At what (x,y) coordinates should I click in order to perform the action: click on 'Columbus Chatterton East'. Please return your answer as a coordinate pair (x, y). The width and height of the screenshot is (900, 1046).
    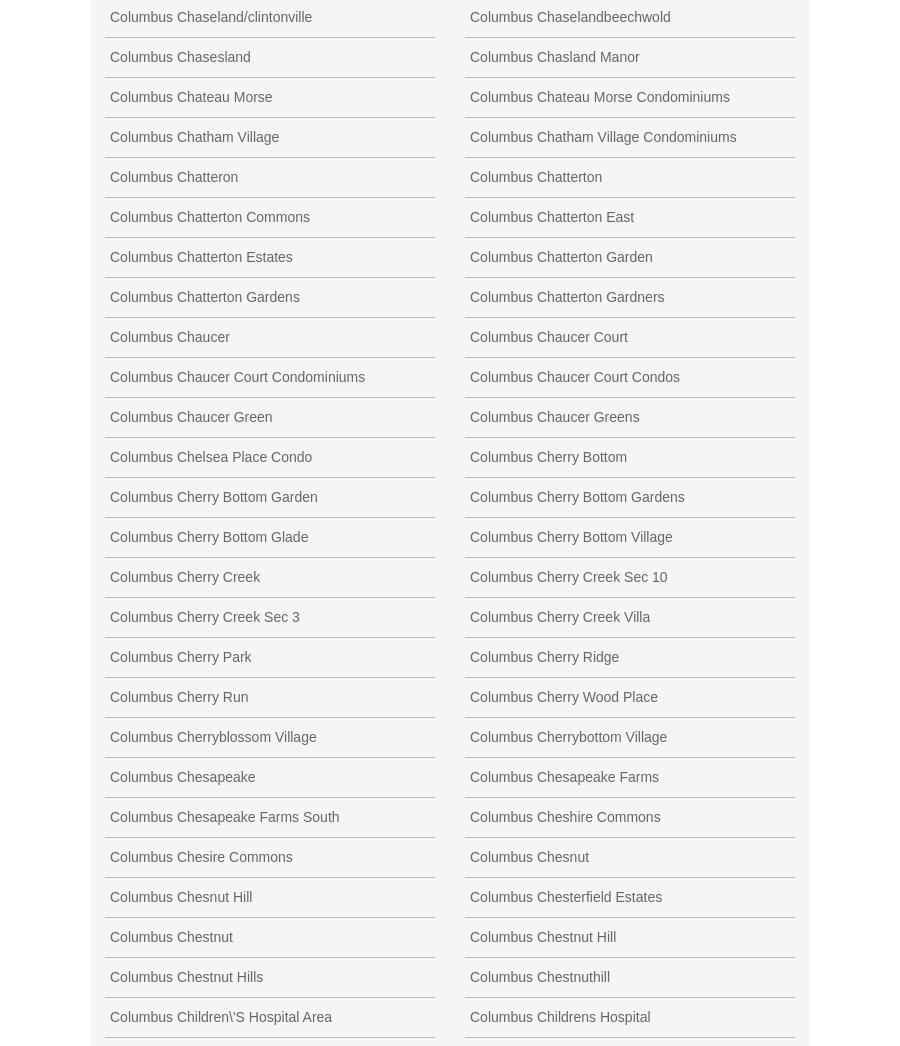
    Looking at the image, I should click on (468, 214).